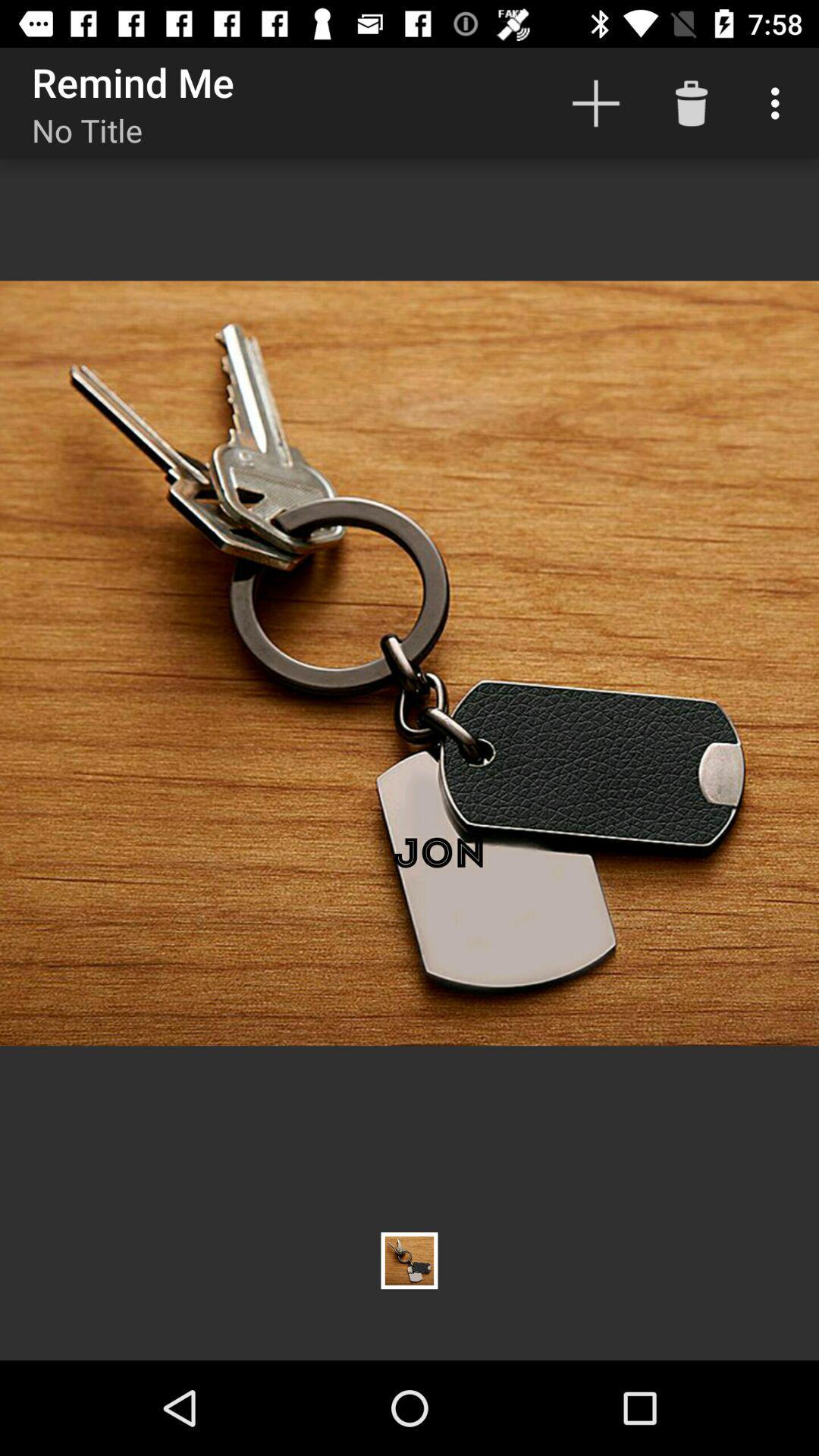  Describe the element at coordinates (595, 102) in the screenshot. I see `app to the right of remind me` at that location.